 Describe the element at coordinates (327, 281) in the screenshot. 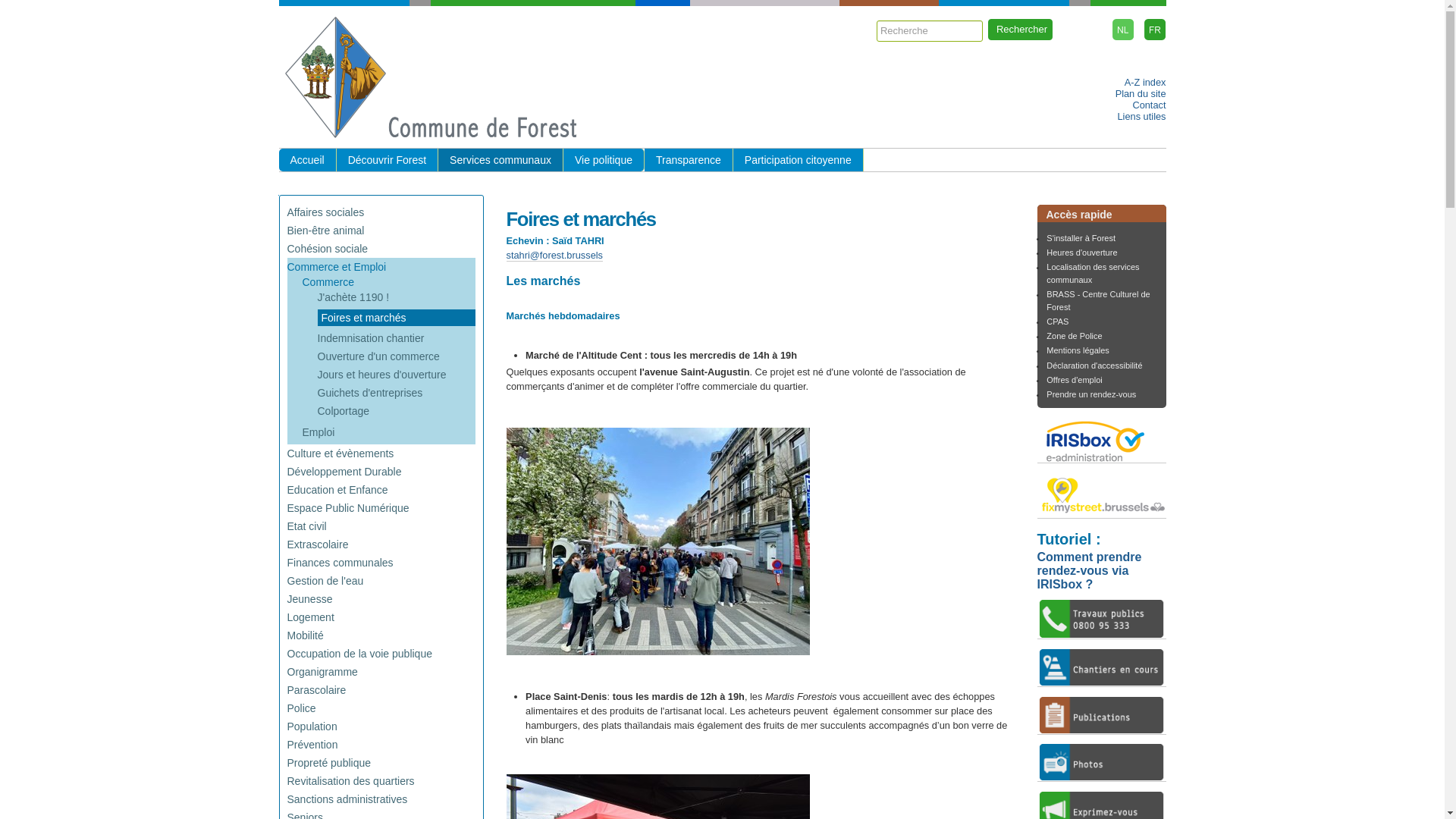

I see `'Commerce'` at that location.